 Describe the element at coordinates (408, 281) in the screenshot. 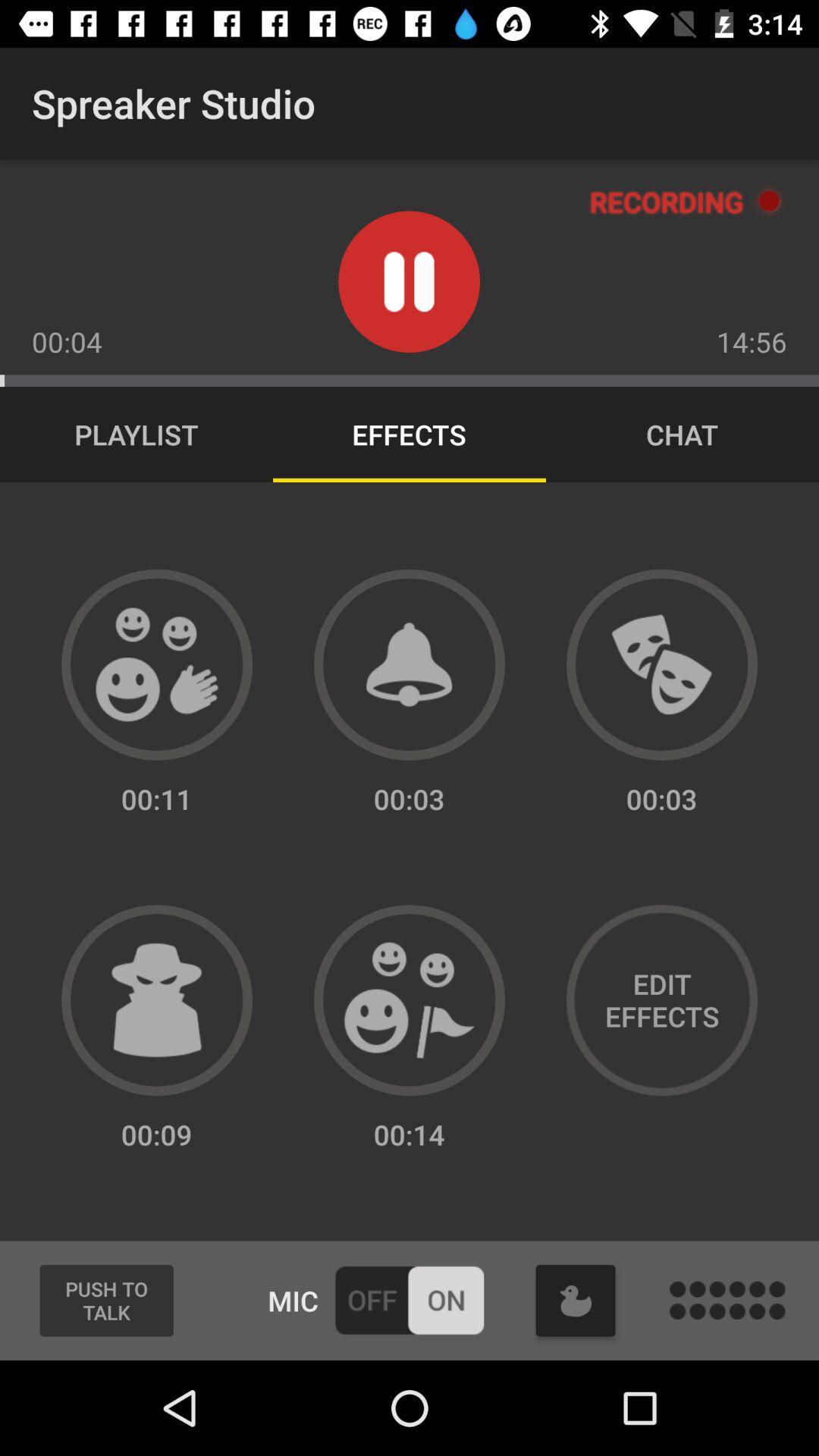

I see `pause` at that location.